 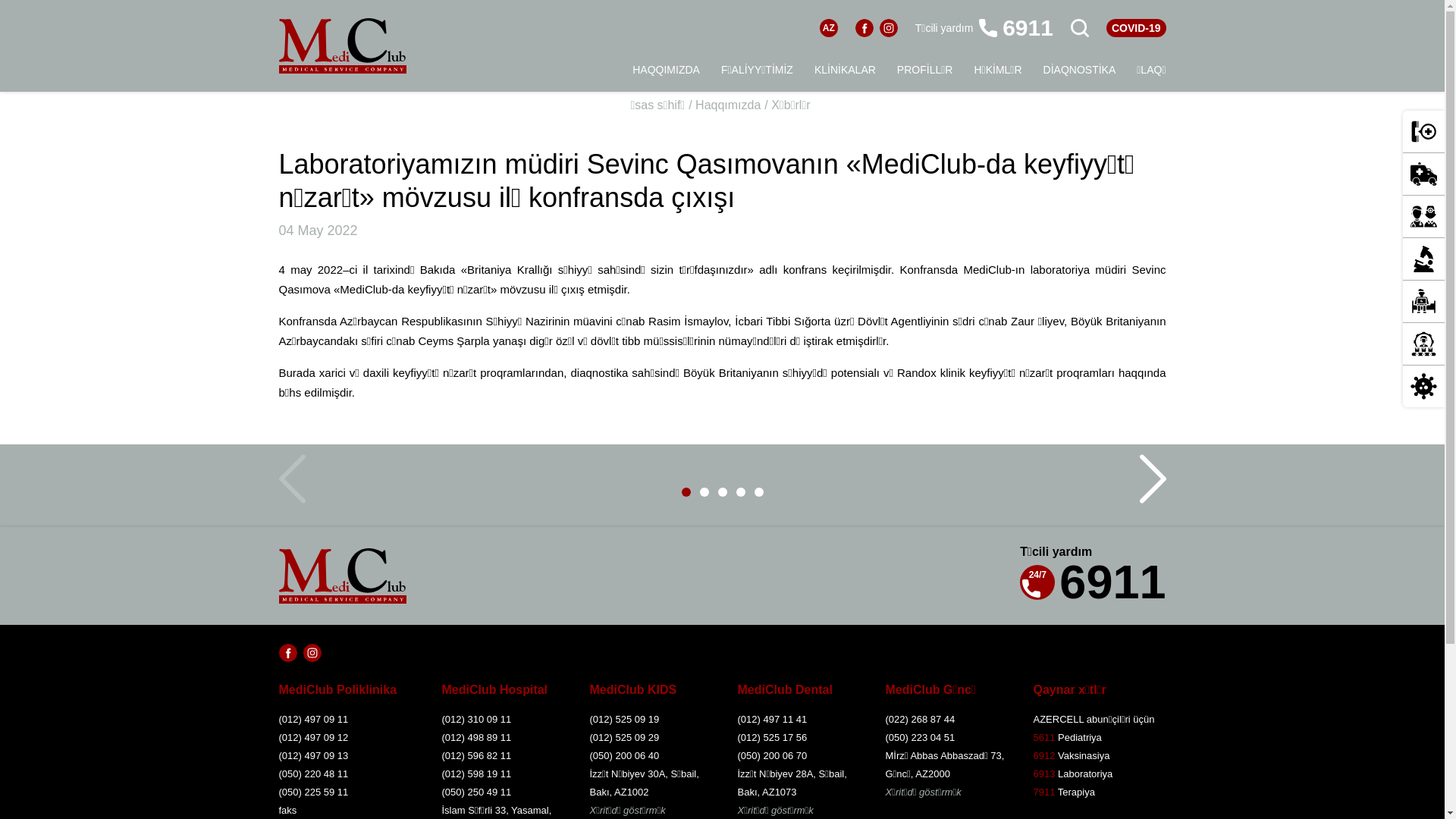 I want to click on 'KLINIKALAR', so click(x=844, y=70).